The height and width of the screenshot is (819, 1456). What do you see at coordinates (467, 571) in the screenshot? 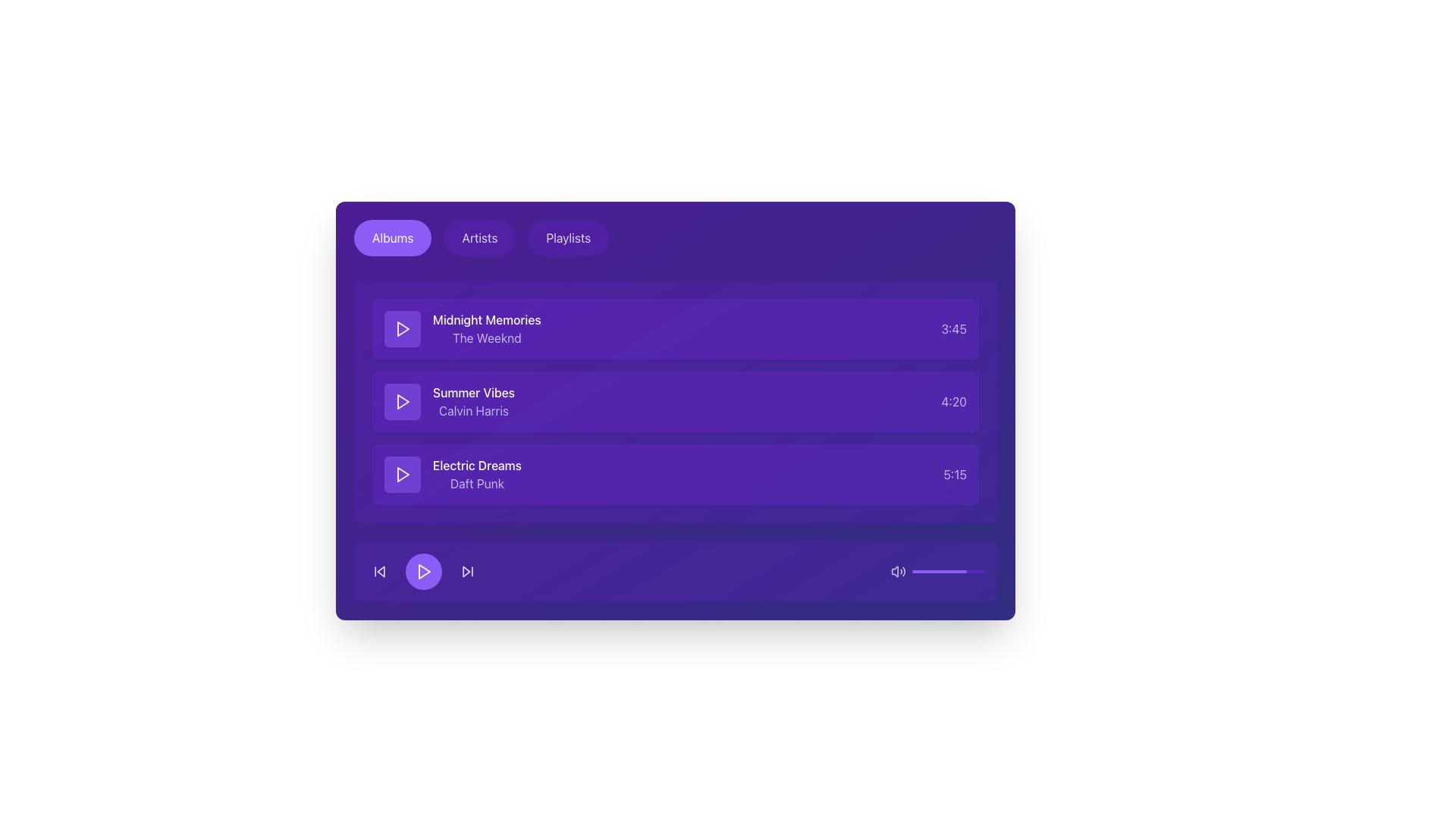
I see `the rightmost control button in the player interface to skip to the next item in the playlist` at bounding box center [467, 571].